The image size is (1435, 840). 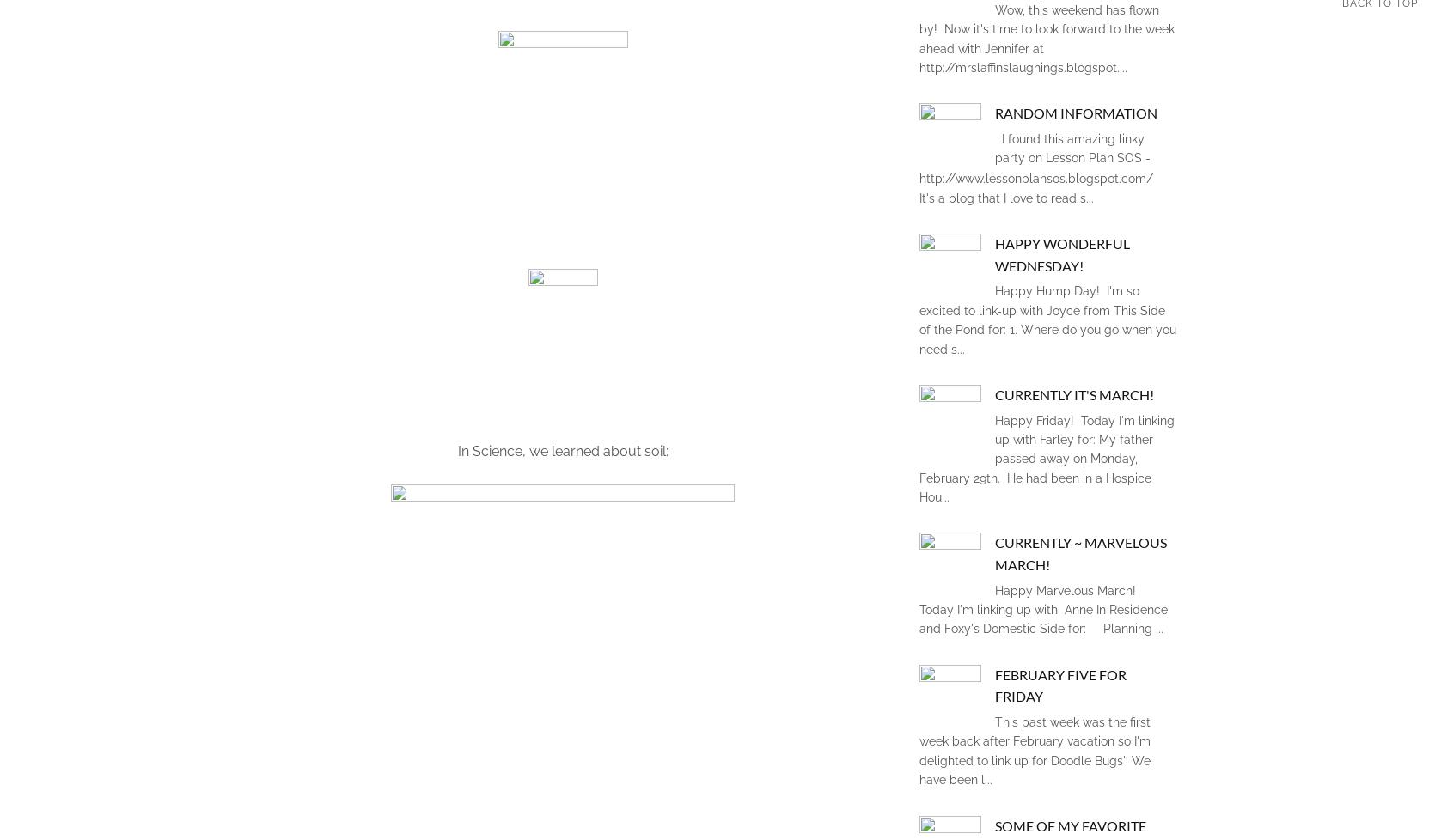 I want to click on 'This past week was the first week back after February vacation so I'm delighted to link up for Doodle Bugs':         We have been l...', so click(x=1035, y=750).